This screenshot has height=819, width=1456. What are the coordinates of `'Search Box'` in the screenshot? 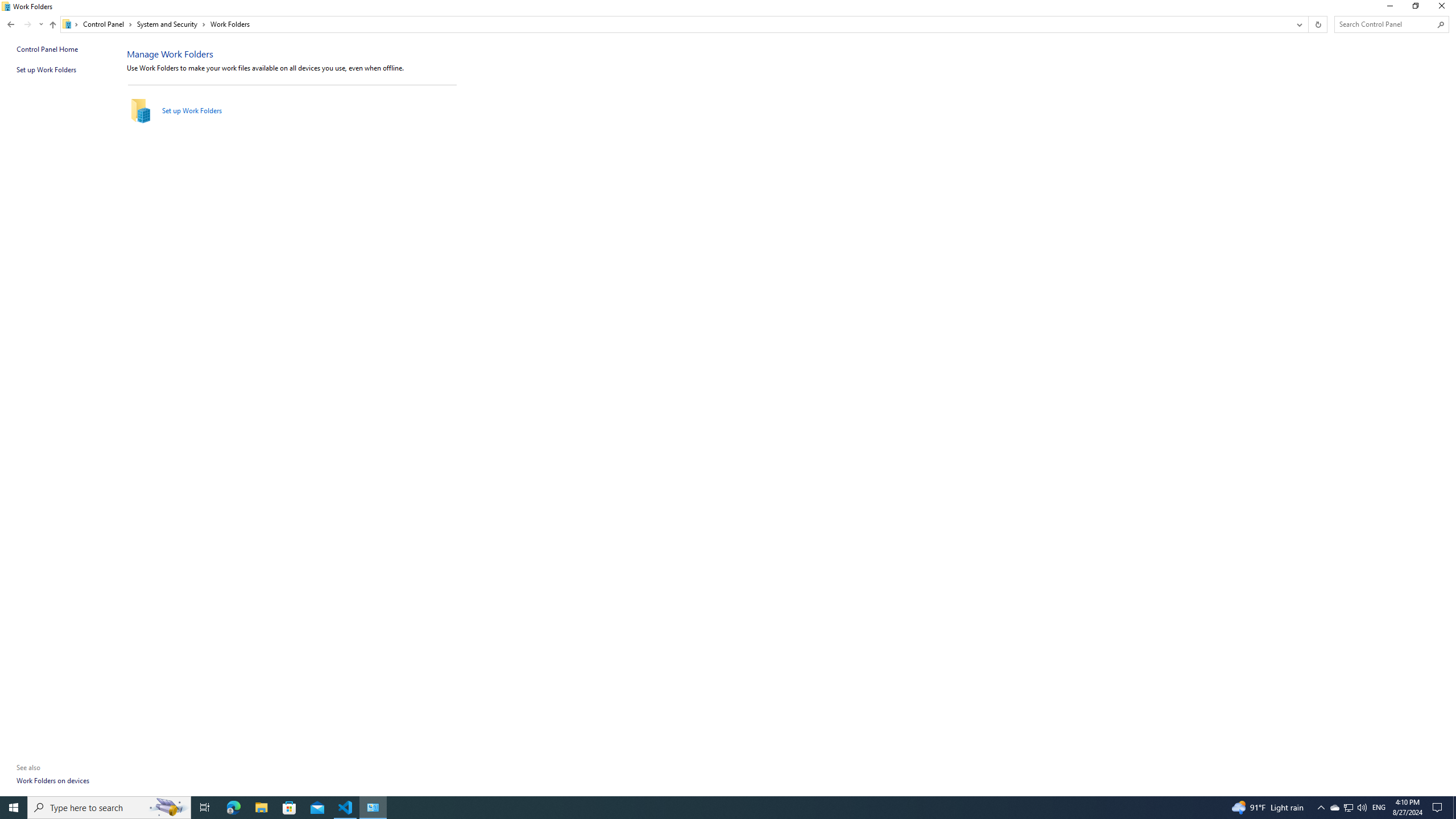 It's located at (1386, 24).